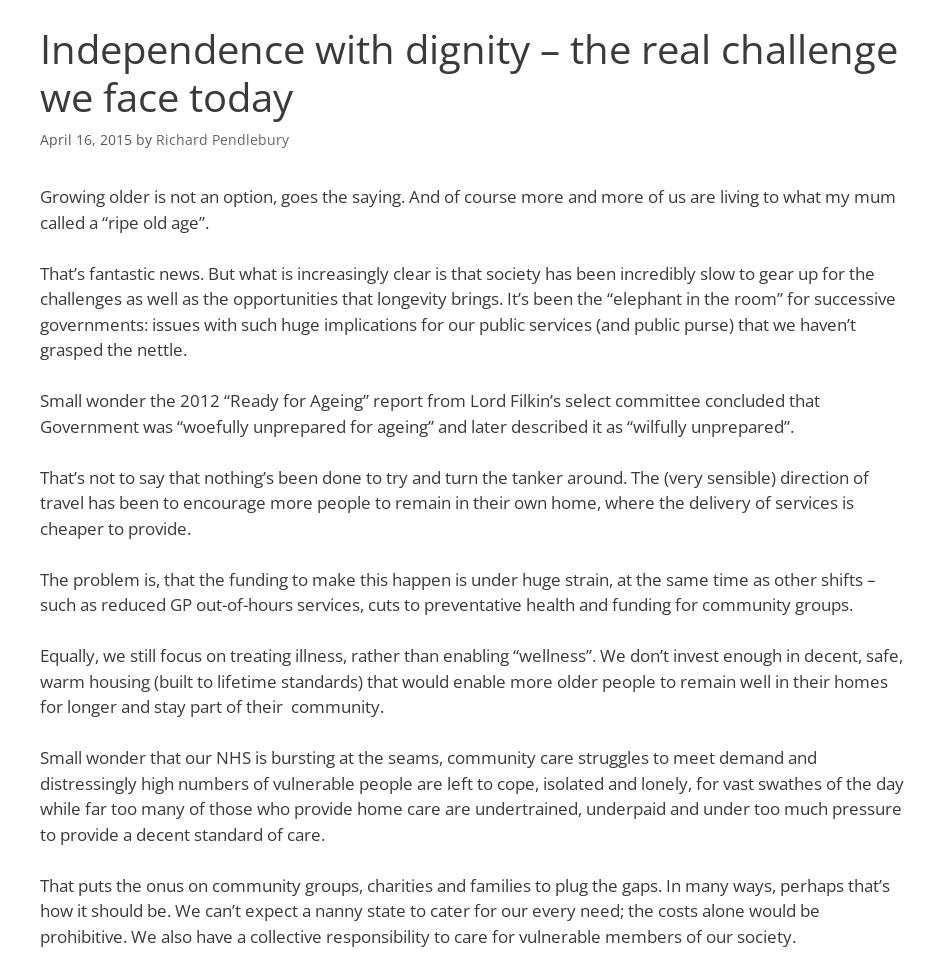 This screenshot has height=955, width=950. What do you see at coordinates (453, 502) in the screenshot?
I see `'That’s not to say that nothing’s been done to try and turn the tanker around. The (very sensible) direction of travel has been to encourage more people to remain in their own home, where the delivery of services is cheaper to provide.'` at bounding box center [453, 502].